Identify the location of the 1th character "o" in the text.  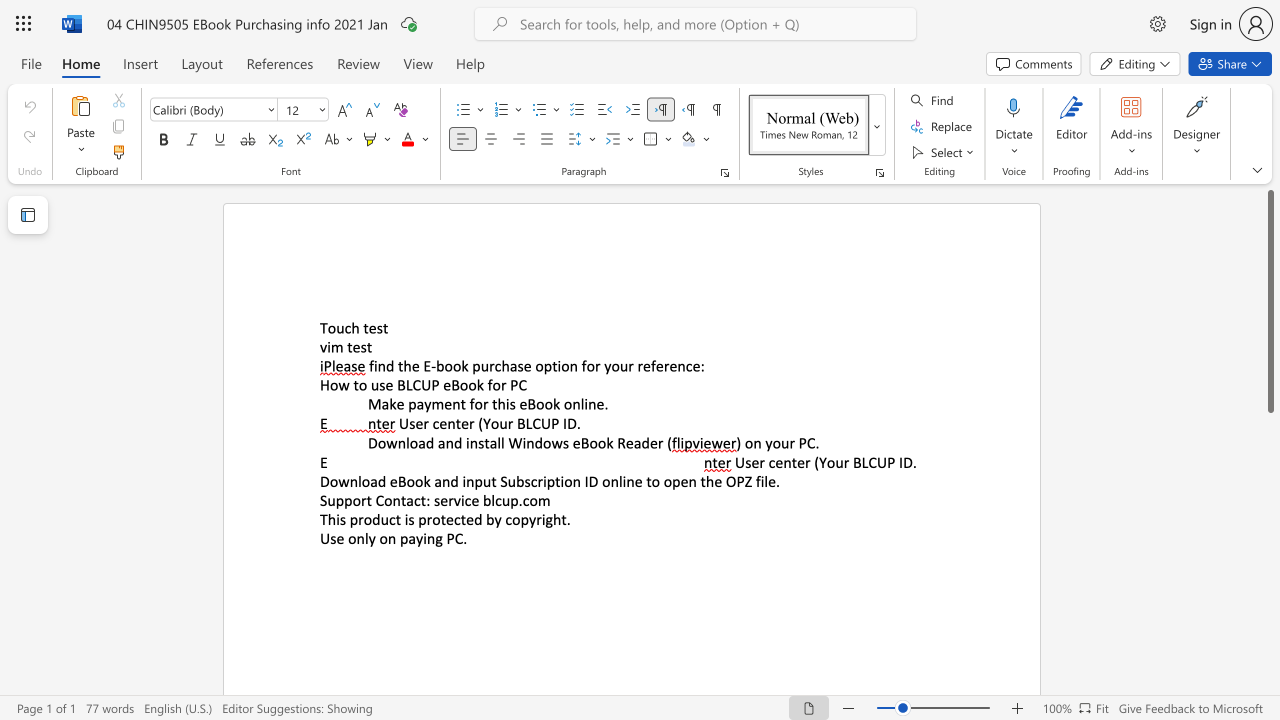
(332, 327).